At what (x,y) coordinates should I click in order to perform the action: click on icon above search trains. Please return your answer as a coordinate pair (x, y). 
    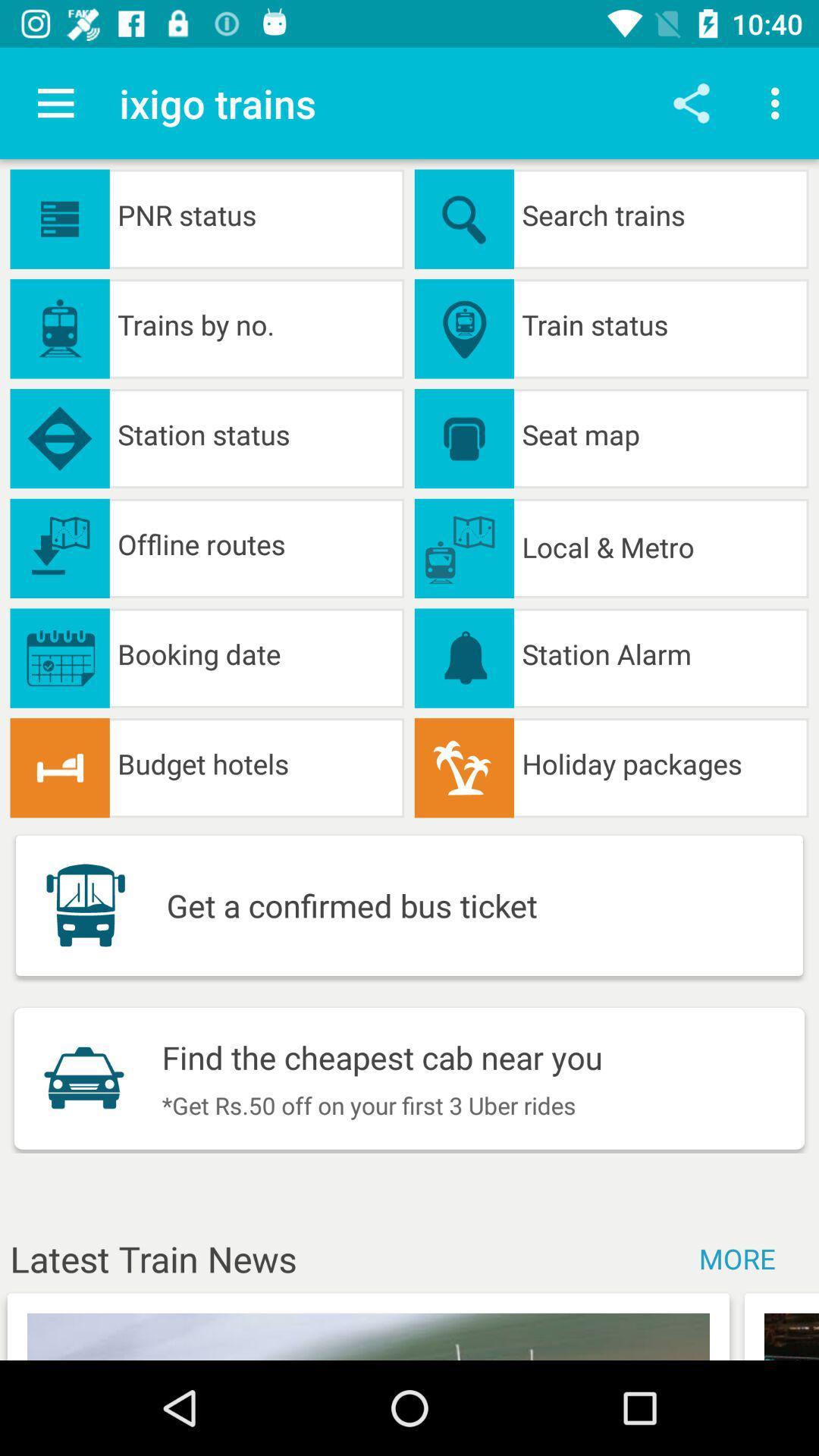
    Looking at the image, I should click on (779, 102).